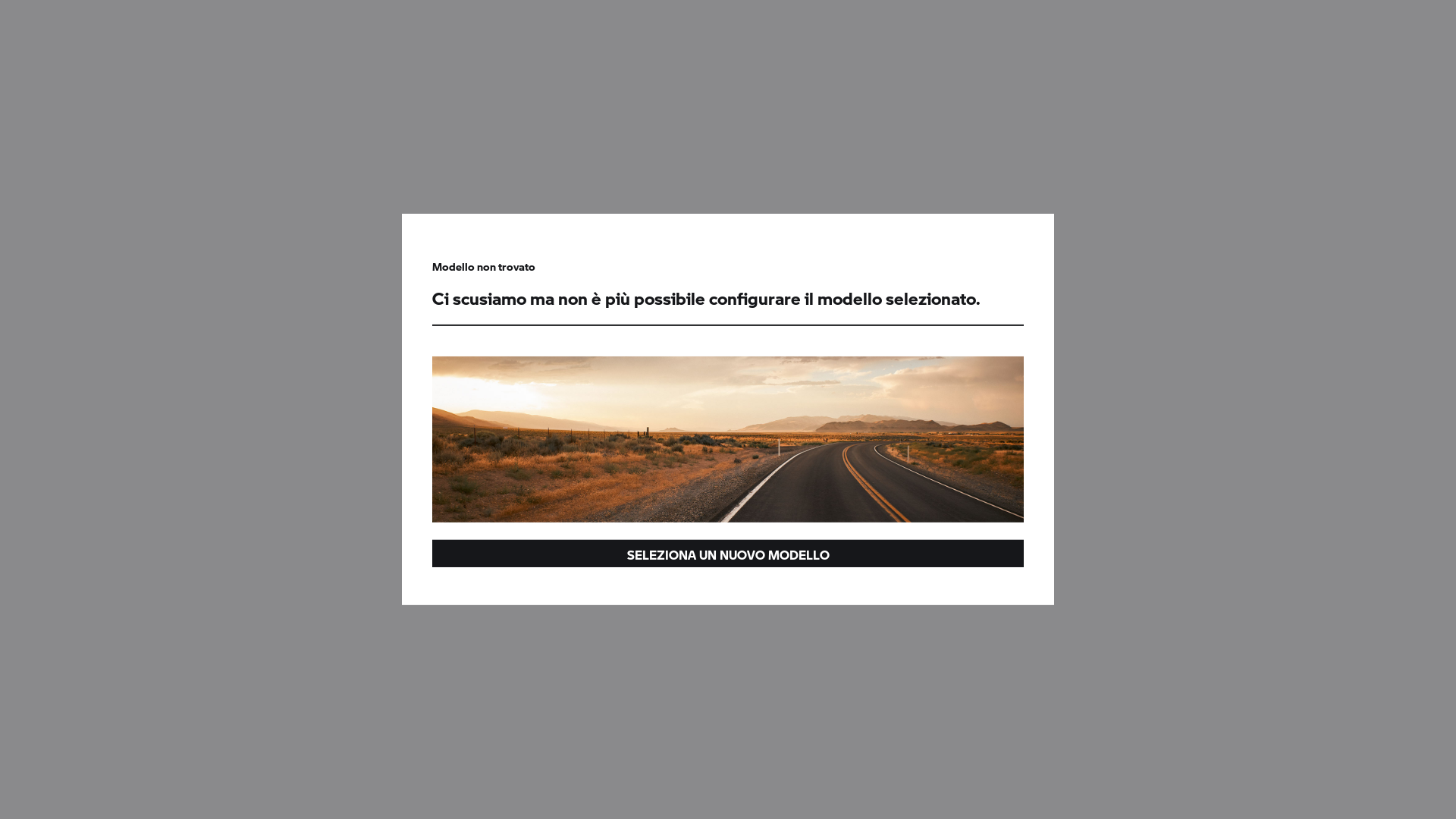 The height and width of the screenshot is (819, 1456). Describe the element at coordinates (728, 553) in the screenshot. I see `'SELEZIONA UN NUOVO MODELLO'` at that location.